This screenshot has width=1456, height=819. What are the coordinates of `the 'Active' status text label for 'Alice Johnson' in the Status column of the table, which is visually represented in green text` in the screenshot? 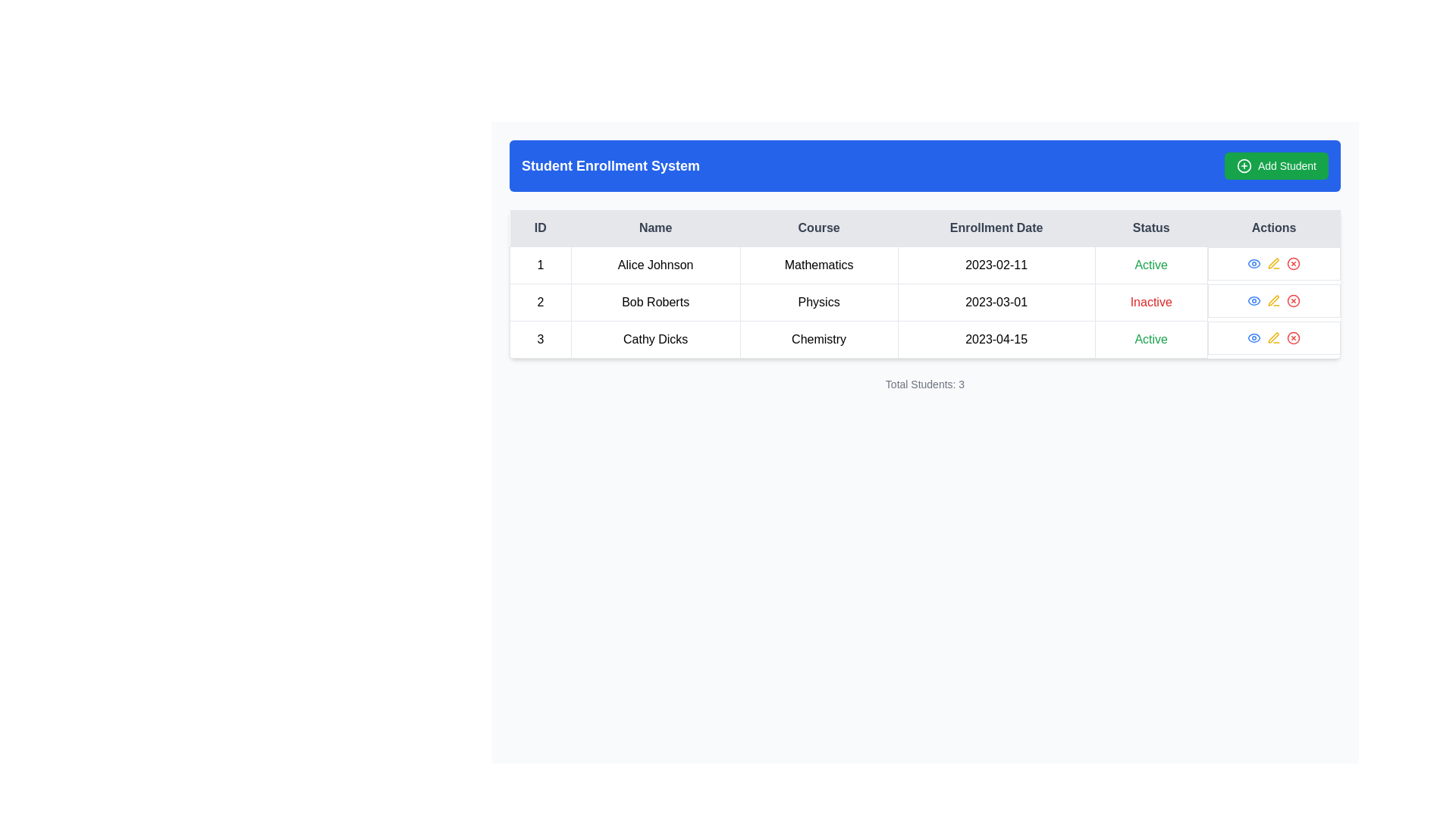 It's located at (1151, 265).